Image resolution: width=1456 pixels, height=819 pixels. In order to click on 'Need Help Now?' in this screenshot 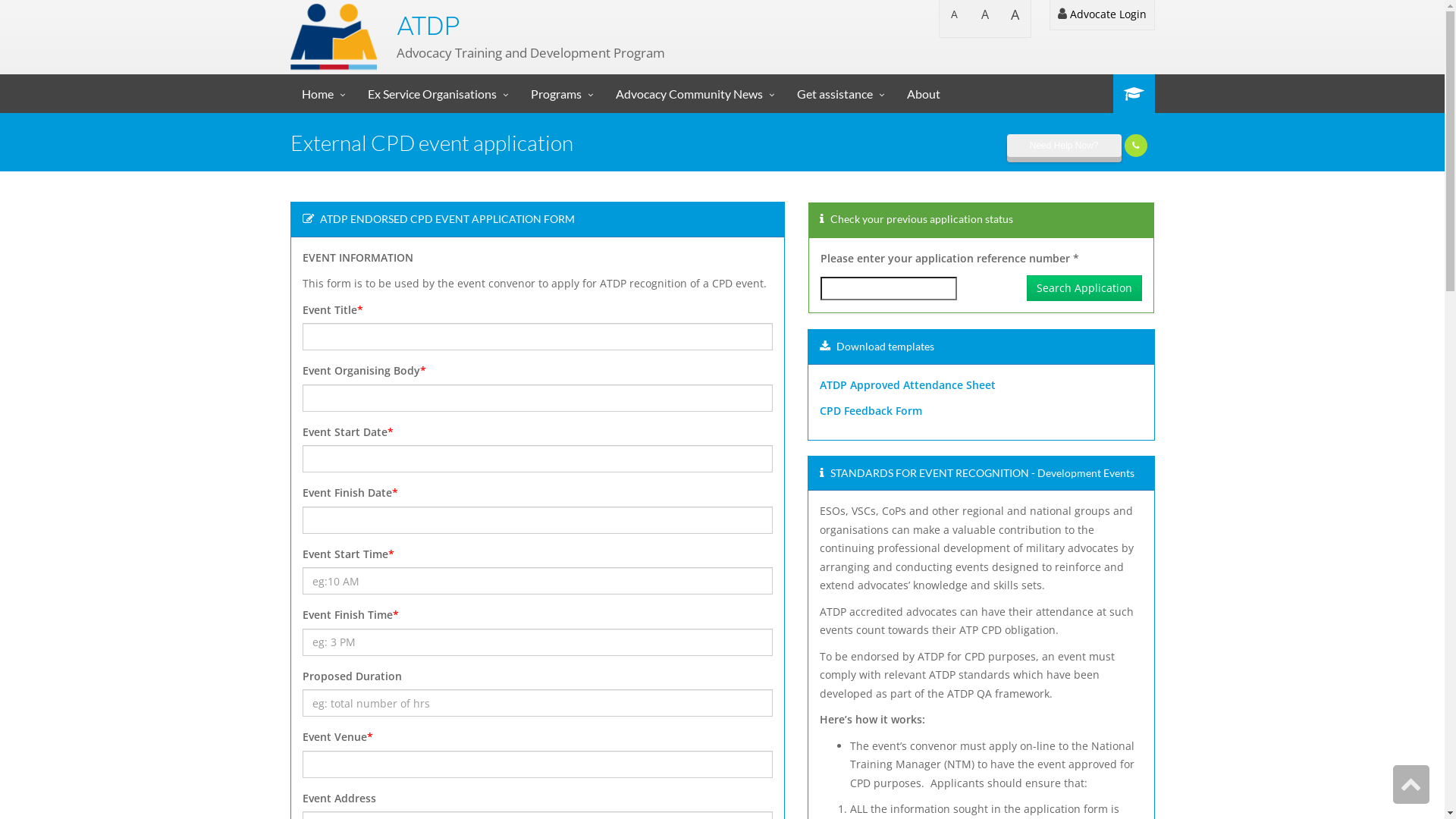, I will do `click(1063, 146)`.